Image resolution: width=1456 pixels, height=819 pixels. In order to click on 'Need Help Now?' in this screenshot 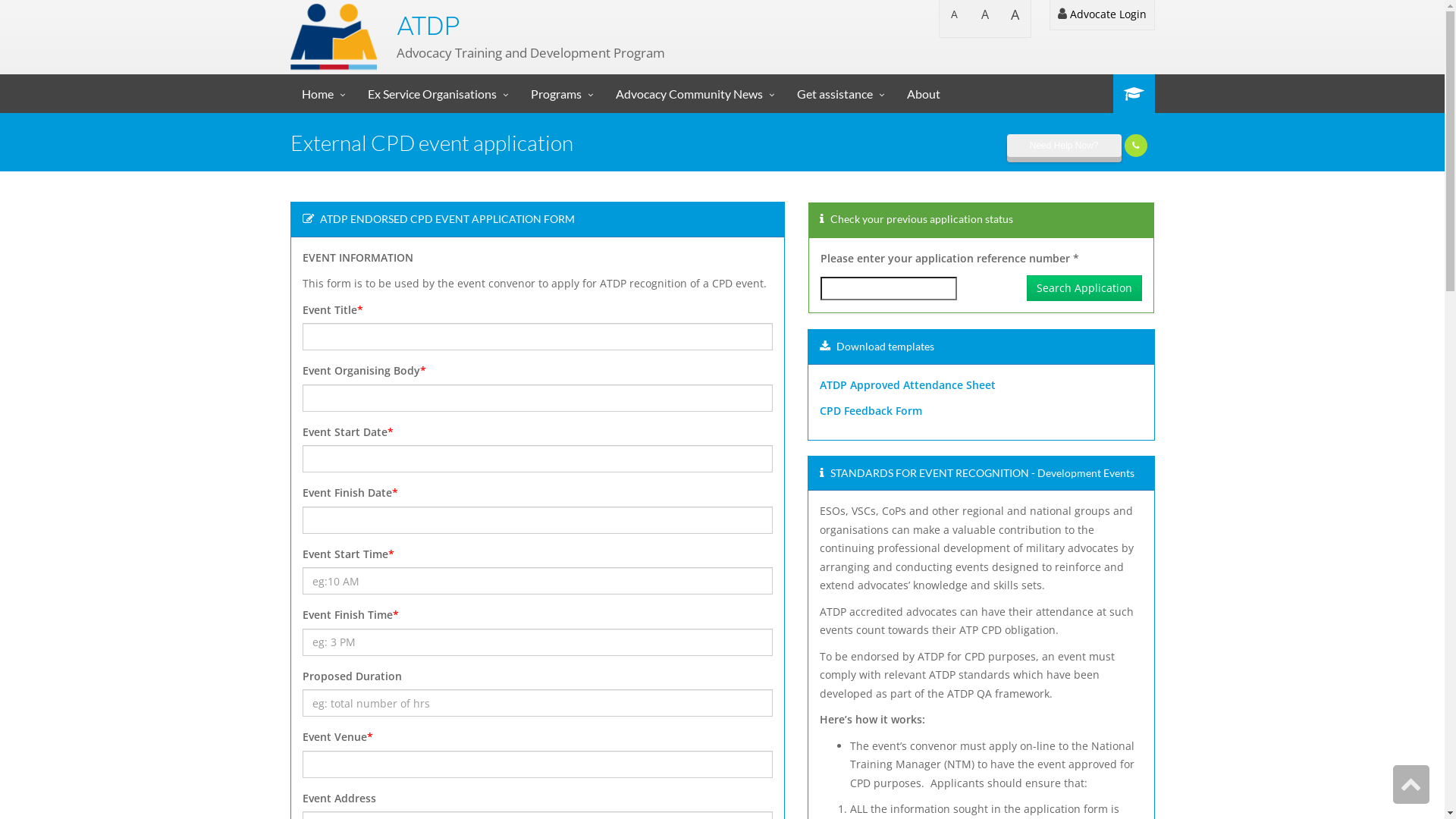, I will do `click(1063, 146)`.